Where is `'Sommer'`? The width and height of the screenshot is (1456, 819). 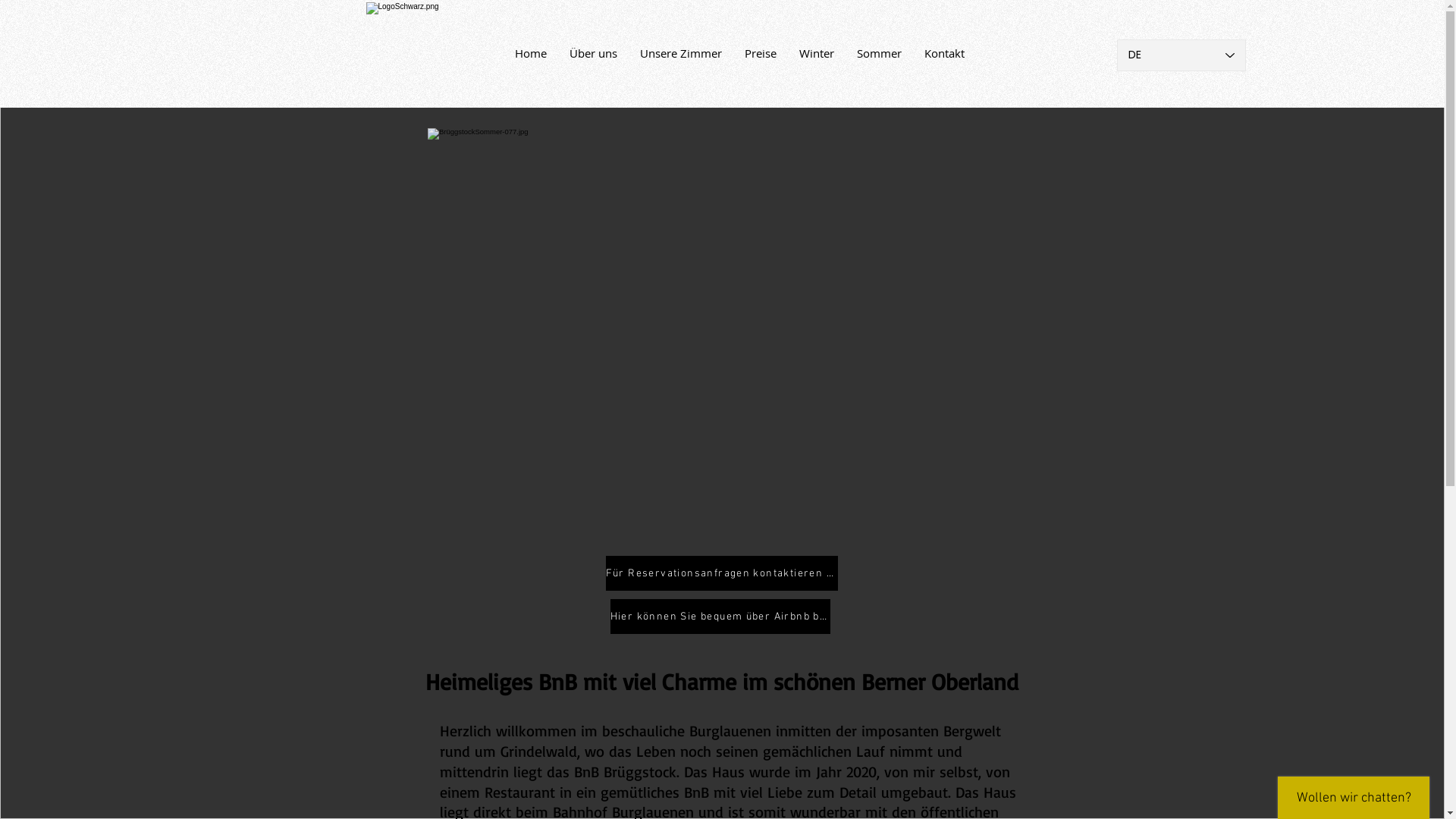 'Sommer' is located at coordinates (878, 52).